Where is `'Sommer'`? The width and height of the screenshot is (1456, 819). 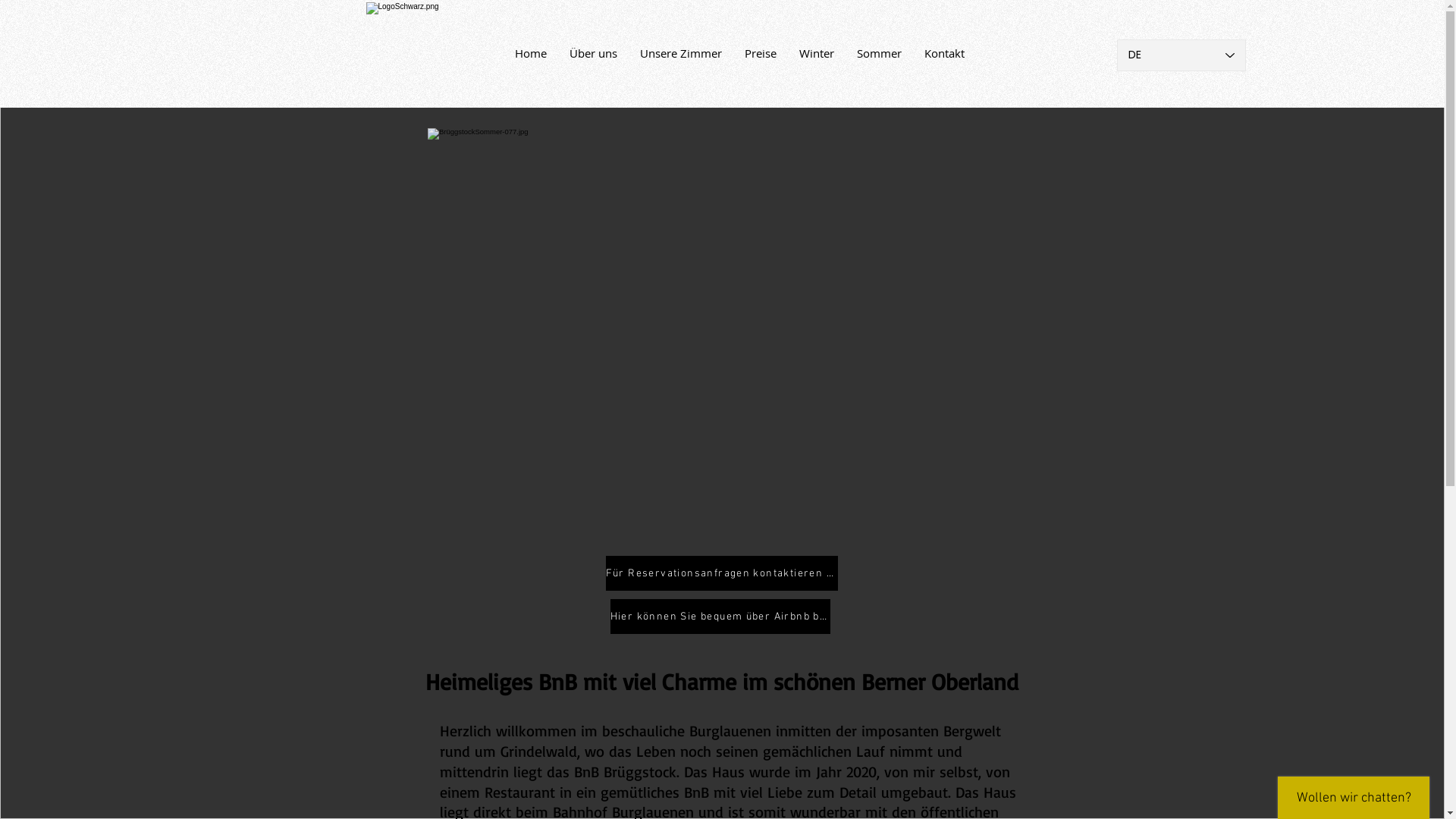 'Sommer' is located at coordinates (878, 52).